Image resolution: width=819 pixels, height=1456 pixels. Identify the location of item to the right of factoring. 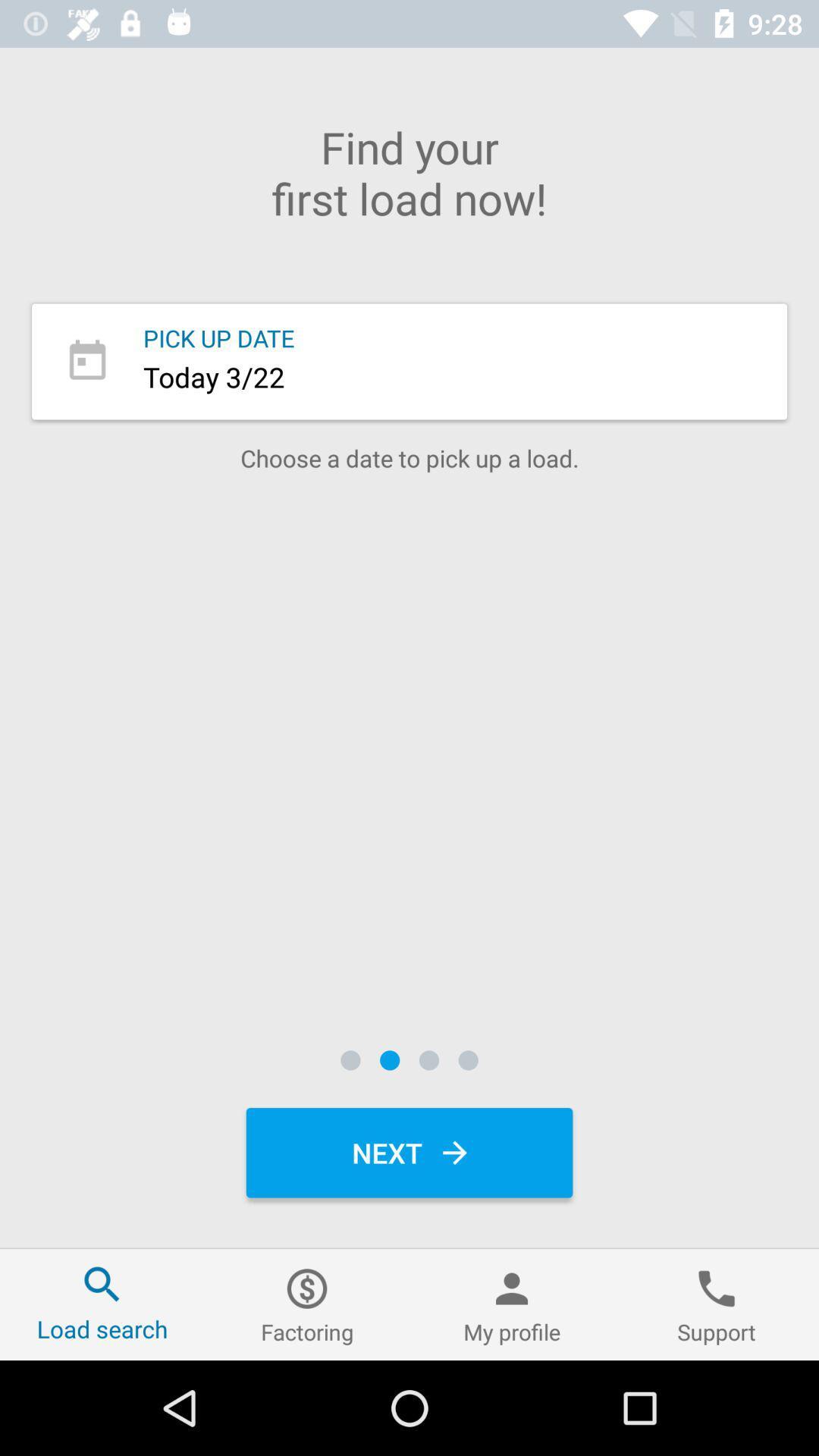
(512, 1304).